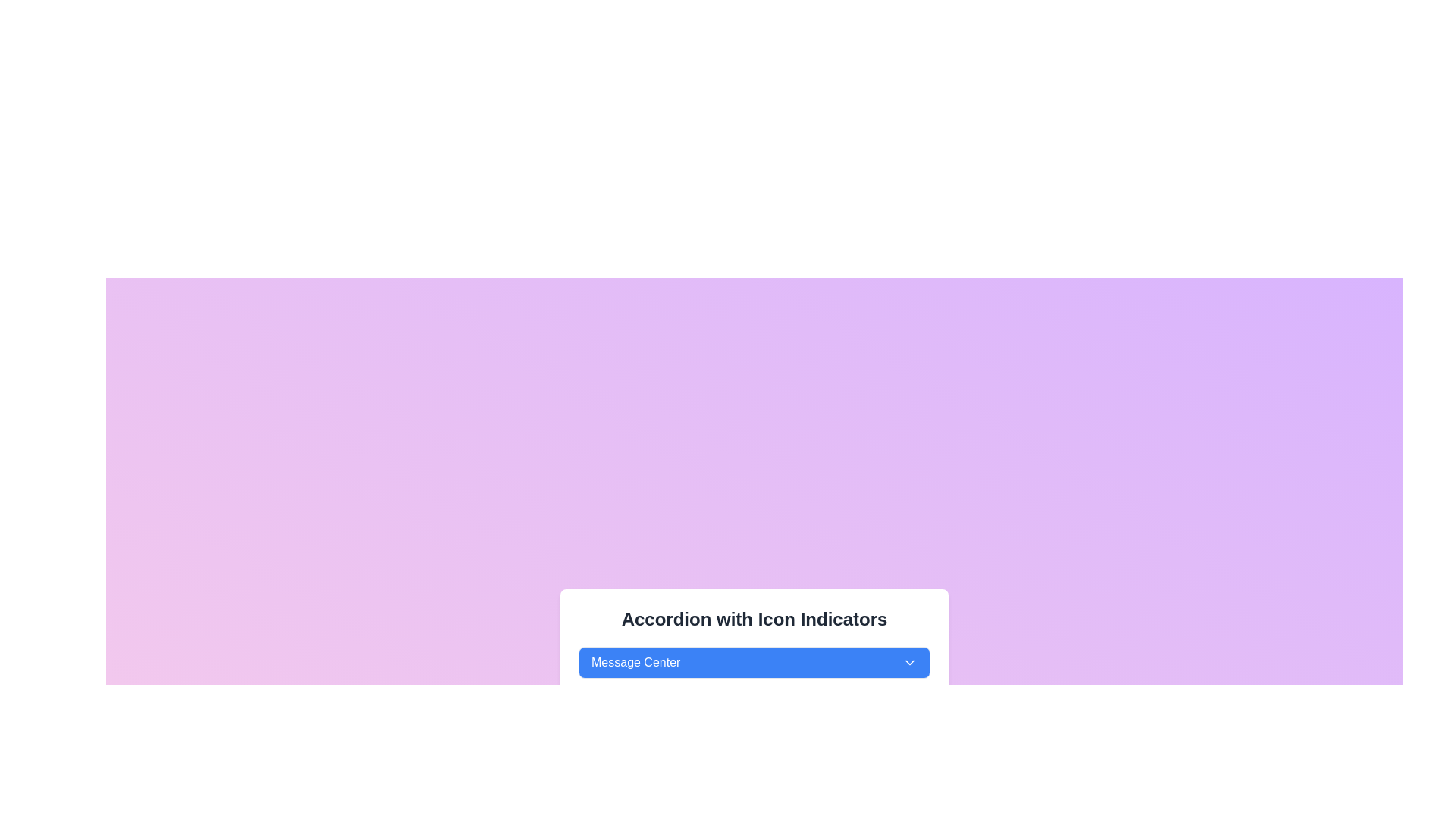  What do you see at coordinates (754, 662) in the screenshot?
I see `the interactive button for the dropdown menu labeled 'Message Center'` at bounding box center [754, 662].